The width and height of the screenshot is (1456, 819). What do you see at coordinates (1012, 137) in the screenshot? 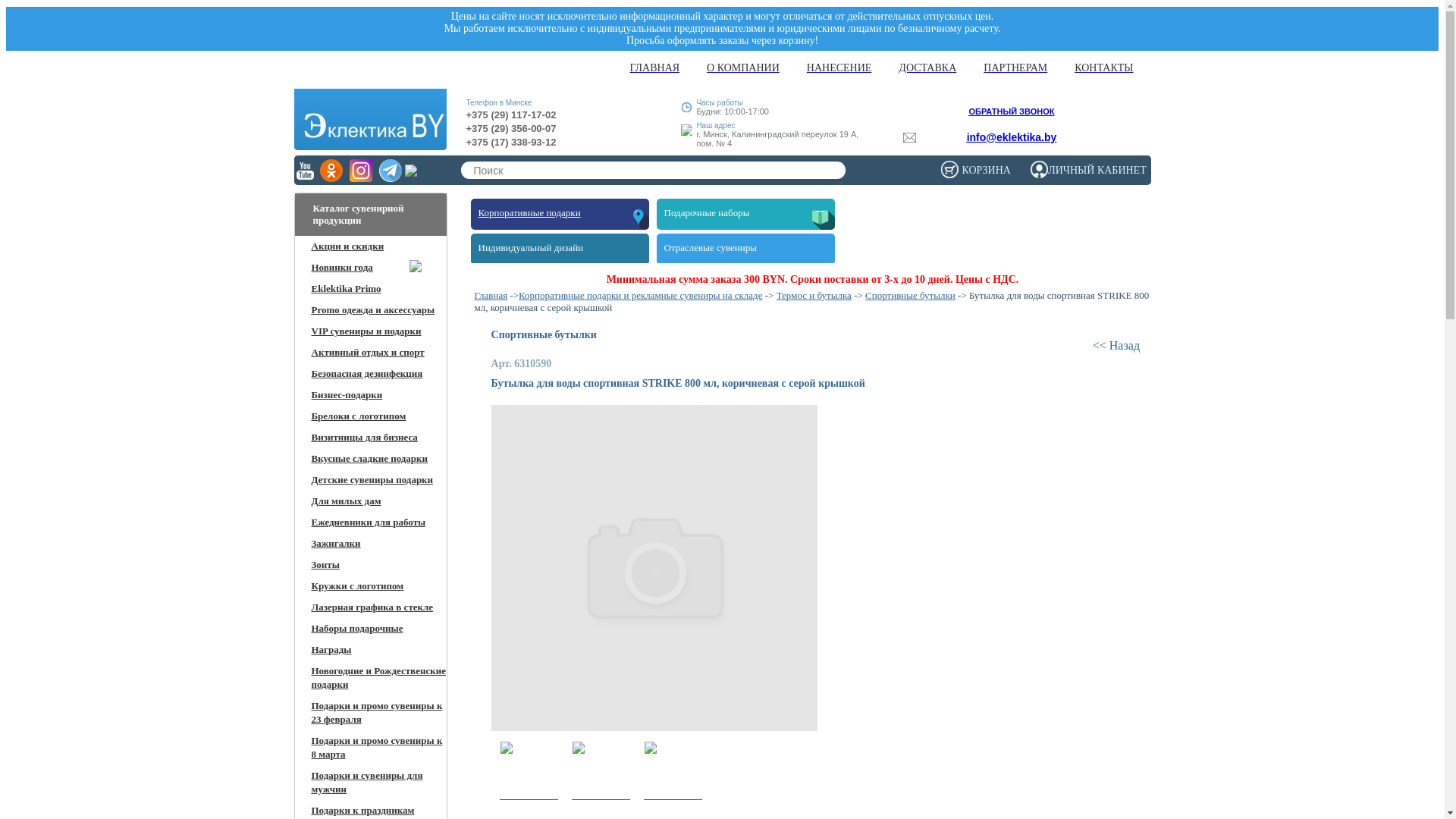
I see `'info@eklektika.by'` at bounding box center [1012, 137].